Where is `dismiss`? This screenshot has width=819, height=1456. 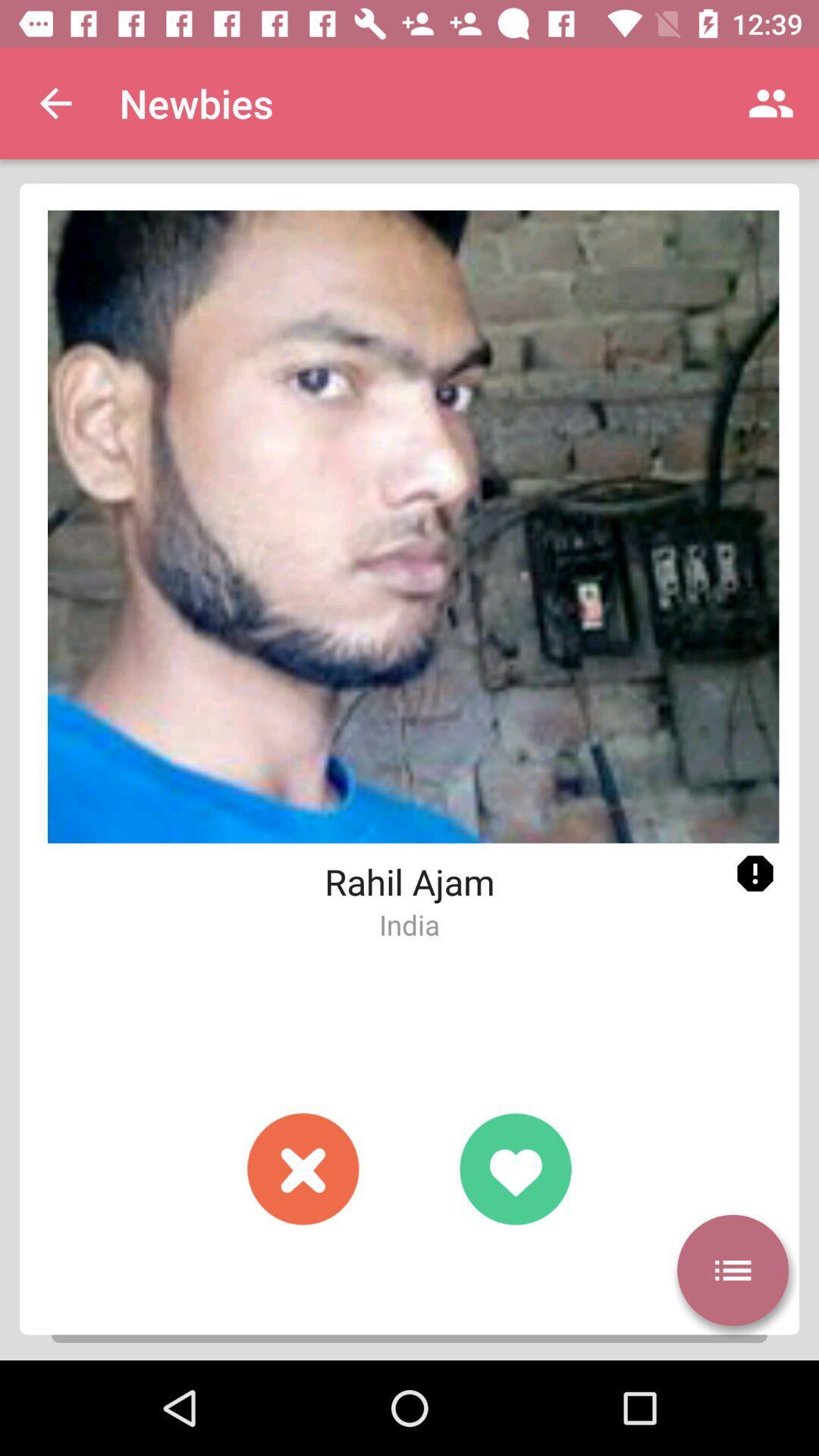
dismiss is located at coordinates (303, 1168).